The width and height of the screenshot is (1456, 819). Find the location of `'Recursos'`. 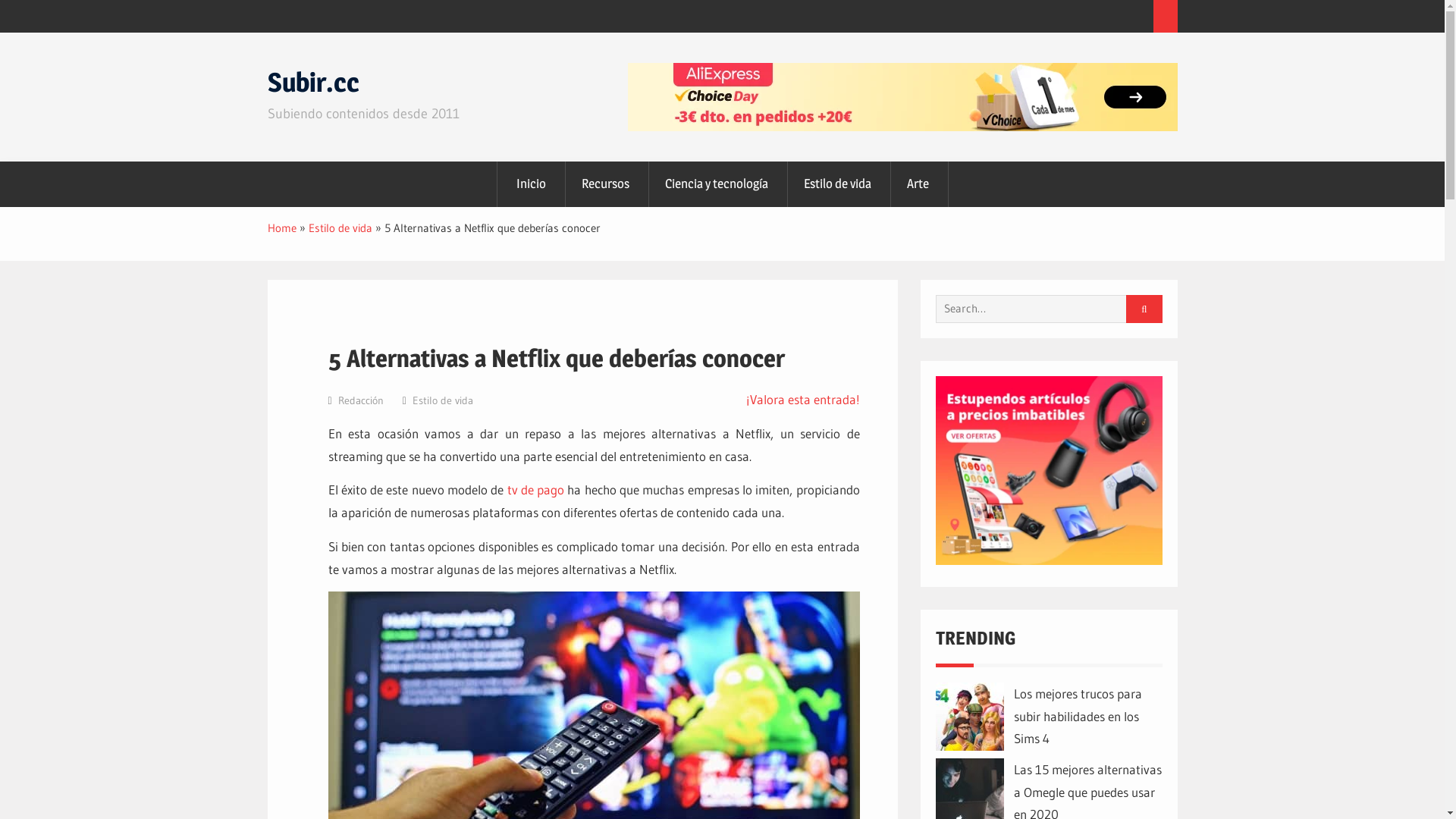

'Recursos' is located at coordinates (604, 184).